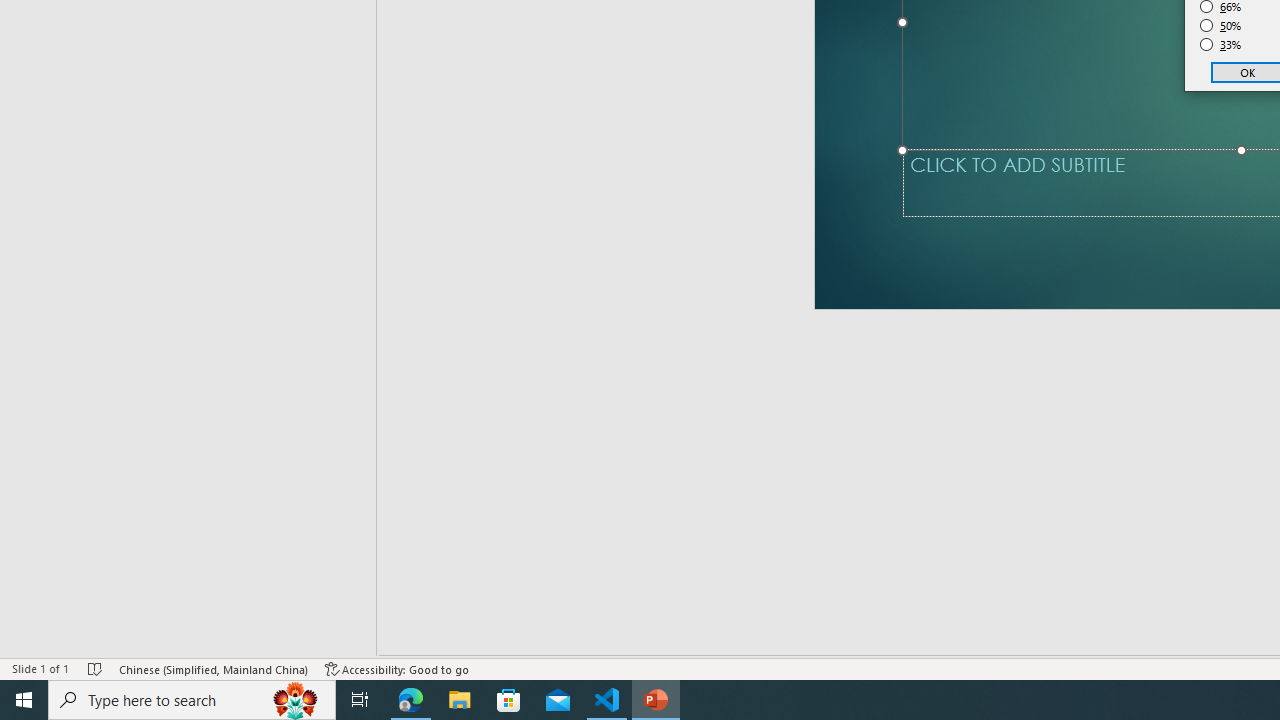 This screenshot has width=1280, height=720. Describe the element at coordinates (359, 698) in the screenshot. I see `'Task View'` at that location.